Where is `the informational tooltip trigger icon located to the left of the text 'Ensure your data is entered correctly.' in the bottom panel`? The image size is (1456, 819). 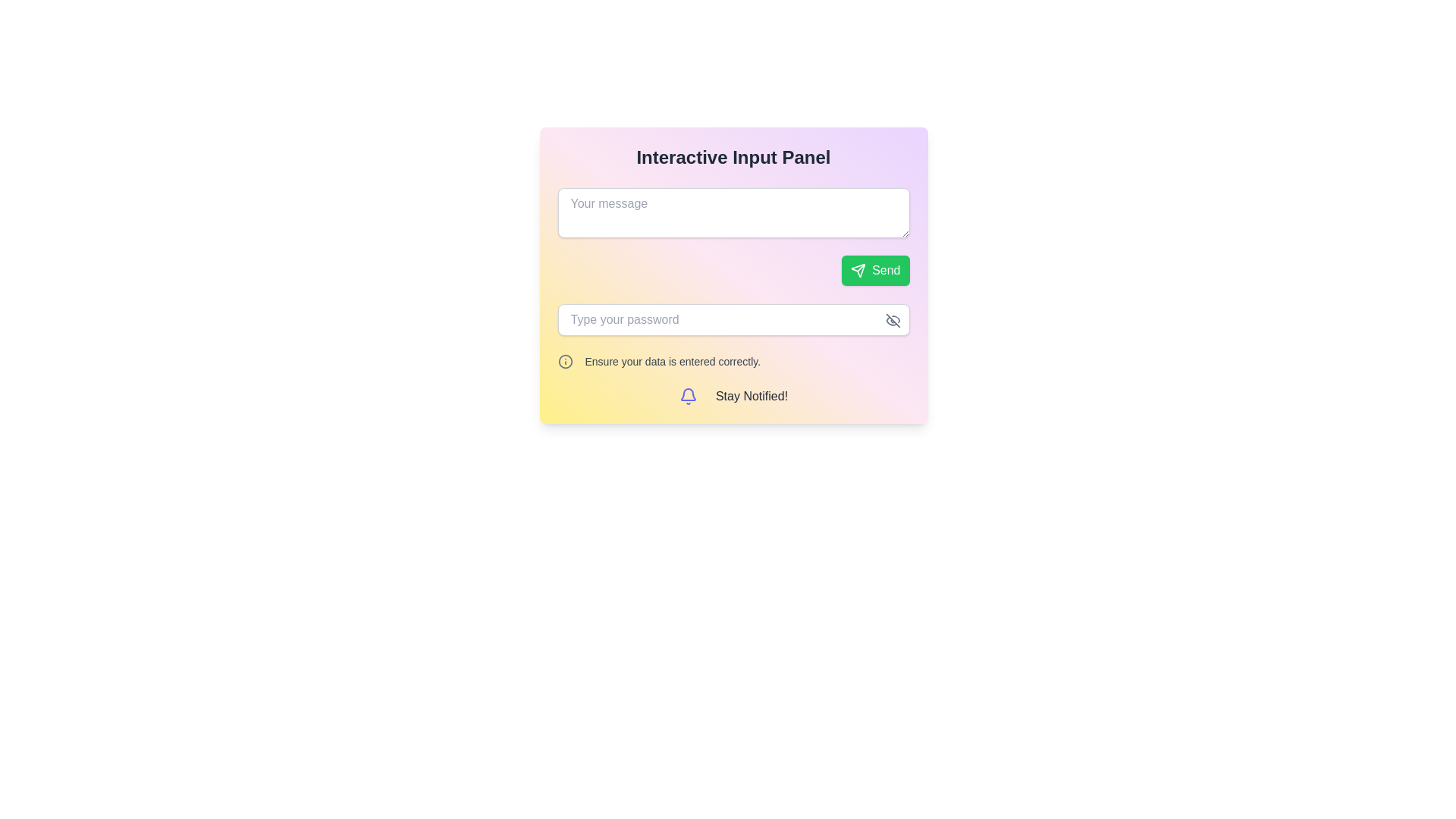 the informational tooltip trigger icon located to the left of the text 'Ensure your data is entered correctly.' in the bottom panel is located at coordinates (564, 362).